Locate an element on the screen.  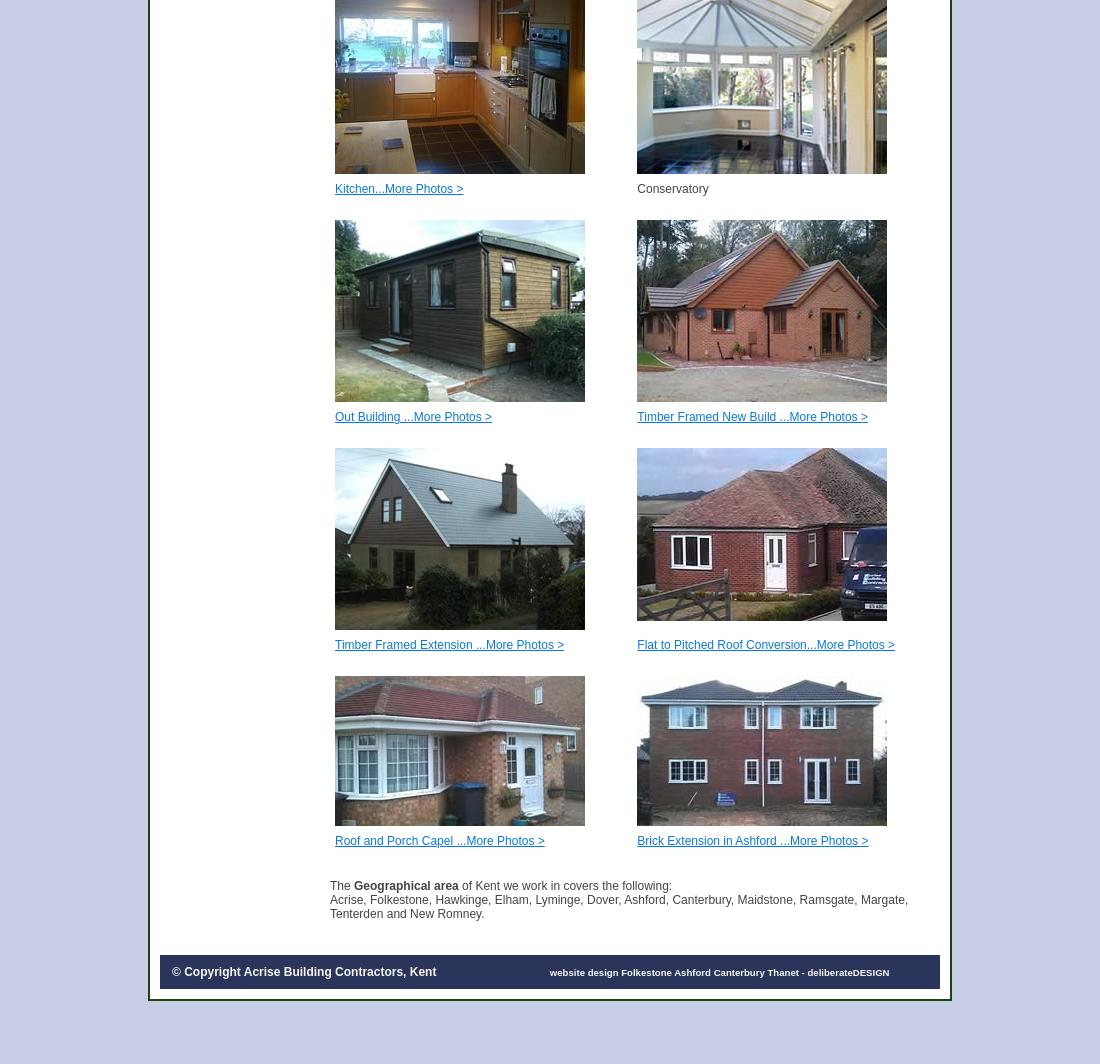
'Timber Framed New Build  ...More Photos >' is located at coordinates (750, 416).